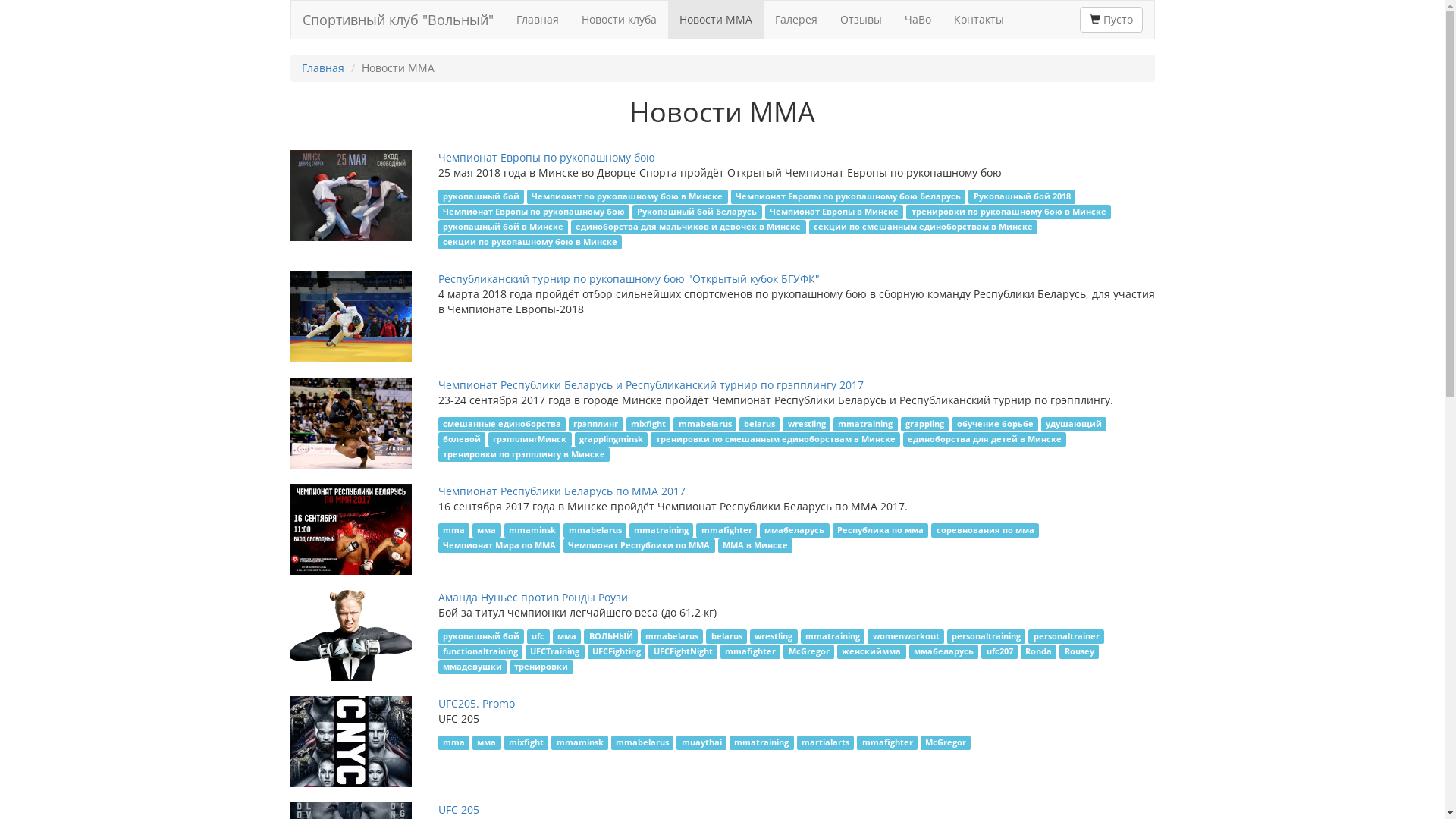  I want to click on 'ufc207', so click(999, 651).